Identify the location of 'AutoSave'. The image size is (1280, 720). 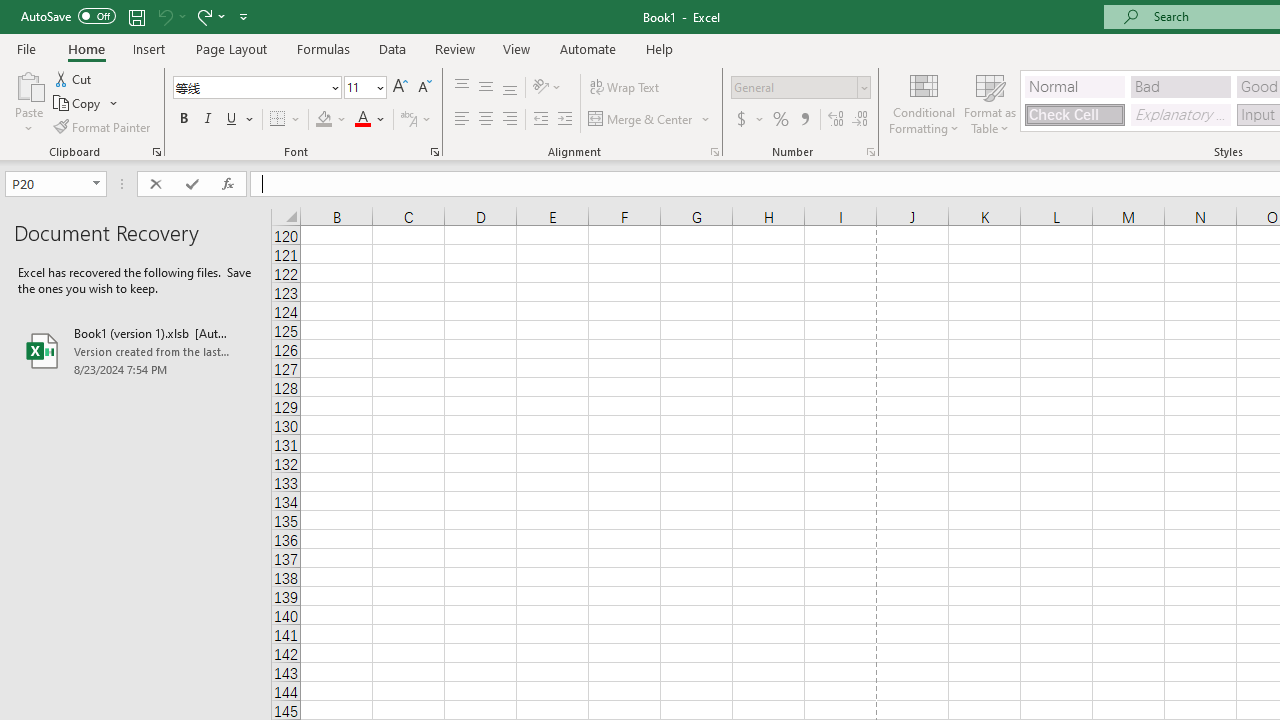
(68, 16).